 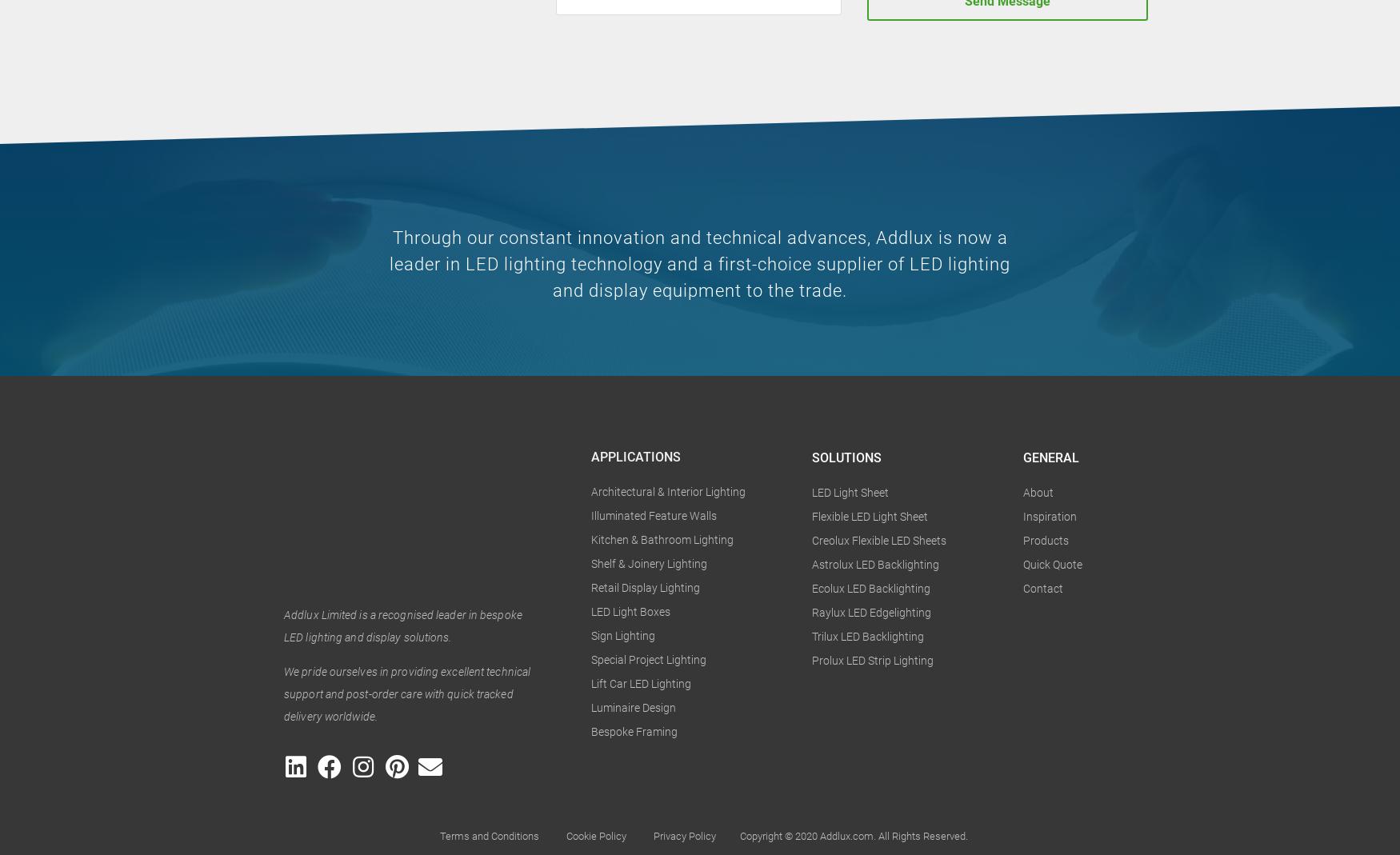 What do you see at coordinates (739, 836) in the screenshot?
I see `'Copyright © 2020 Addlux.com. All Rights Reserved.'` at bounding box center [739, 836].